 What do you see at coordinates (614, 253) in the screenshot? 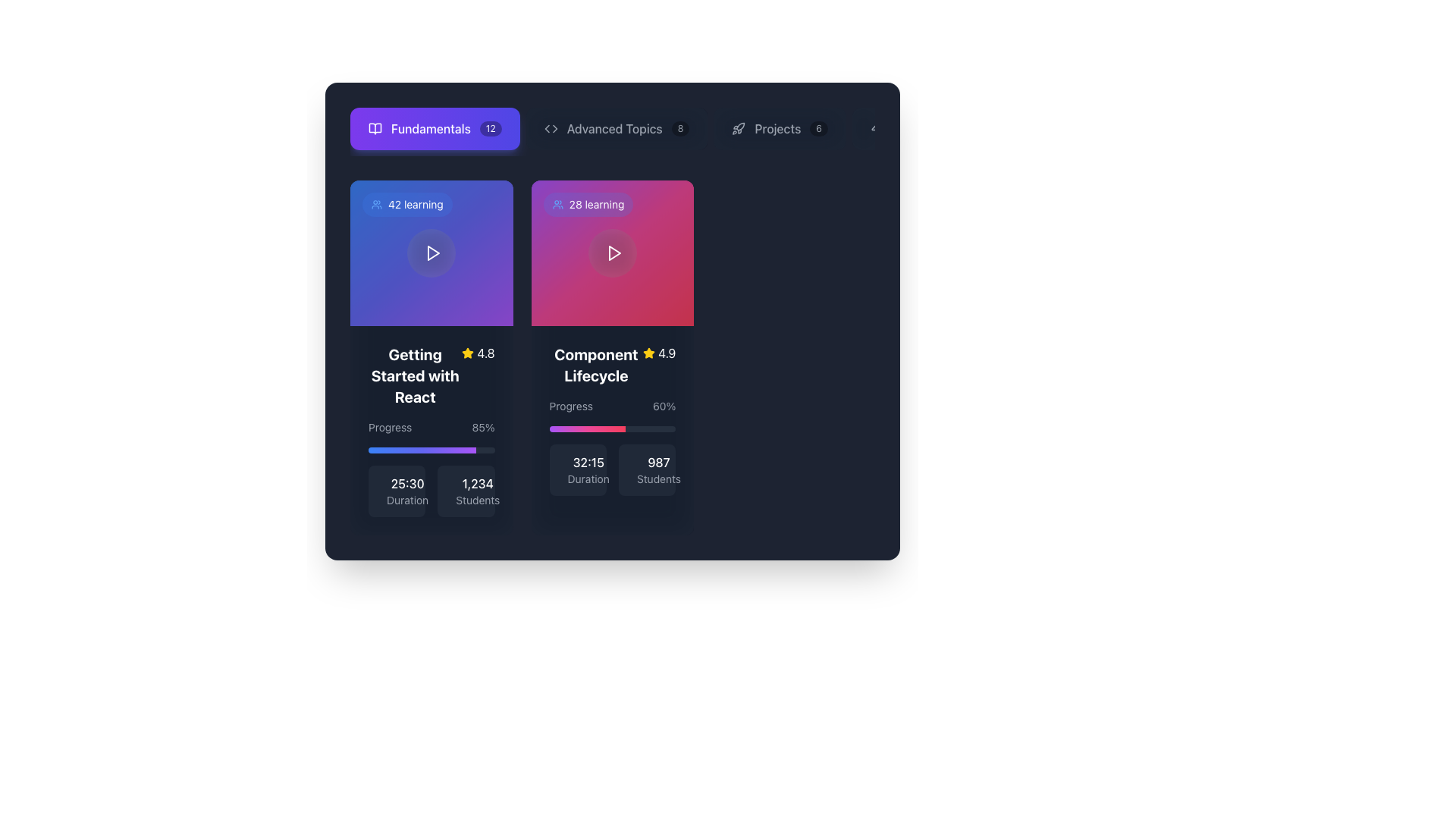
I see `the play icon located at the center of the second rectangular card in the main application area` at bounding box center [614, 253].